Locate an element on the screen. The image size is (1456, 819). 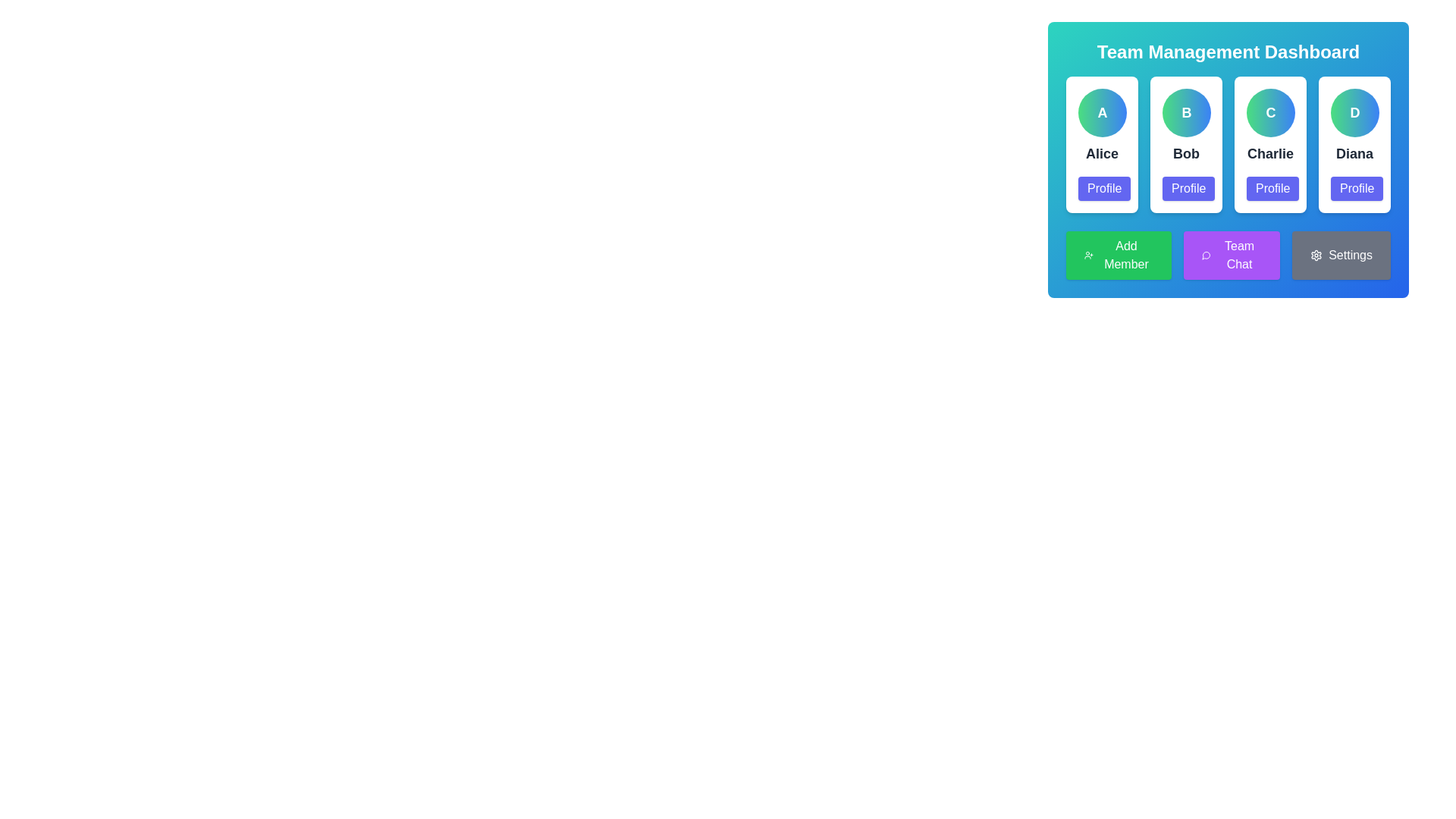
the settings icon located within the 'Settings' button at the bottom right section of the dashboard interface is located at coordinates (1316, 254).